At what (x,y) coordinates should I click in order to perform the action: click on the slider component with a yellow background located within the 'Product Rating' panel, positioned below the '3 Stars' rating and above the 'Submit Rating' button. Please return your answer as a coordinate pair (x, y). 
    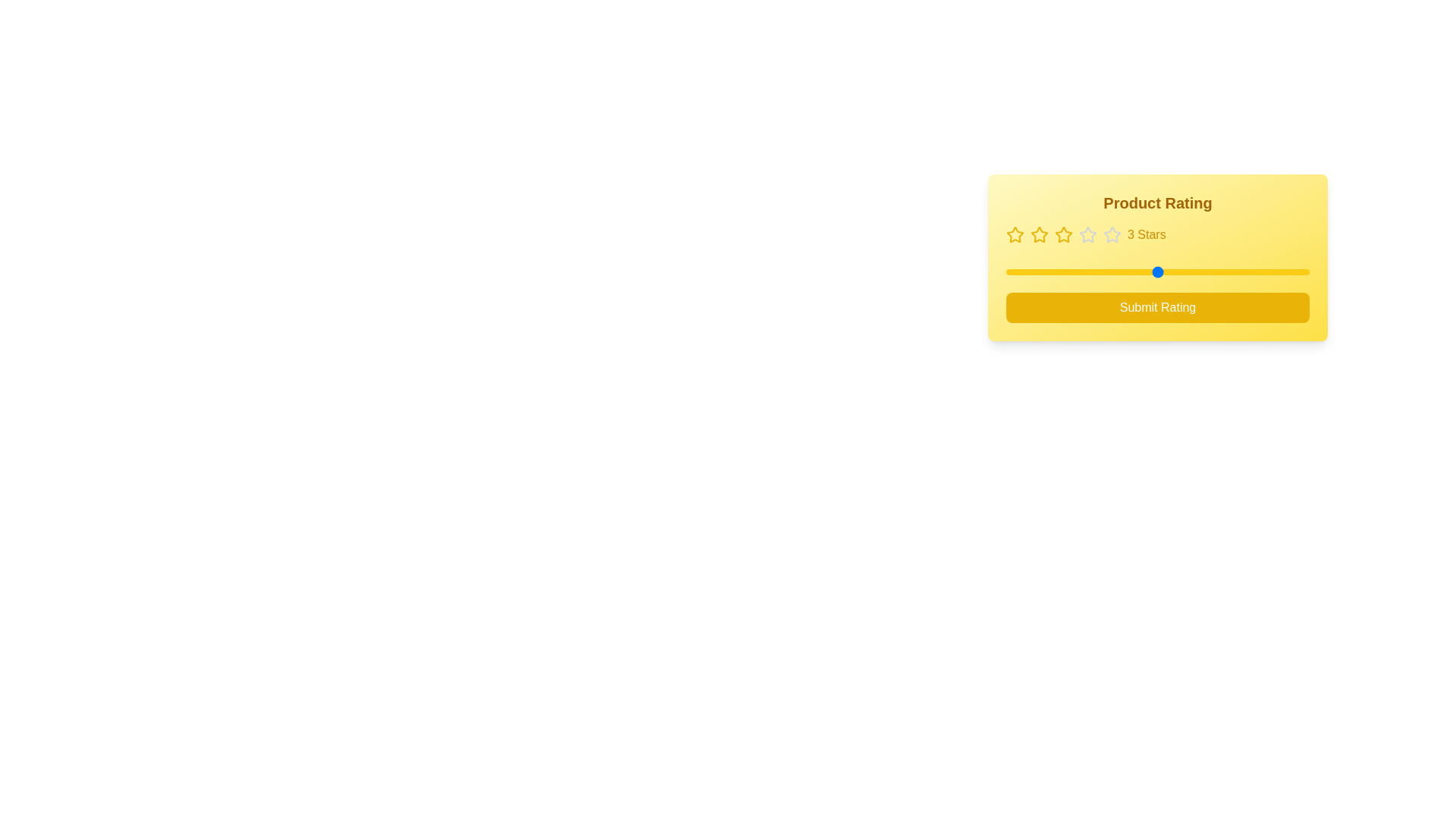
    Looking at the image, I should click on (1156, 271).